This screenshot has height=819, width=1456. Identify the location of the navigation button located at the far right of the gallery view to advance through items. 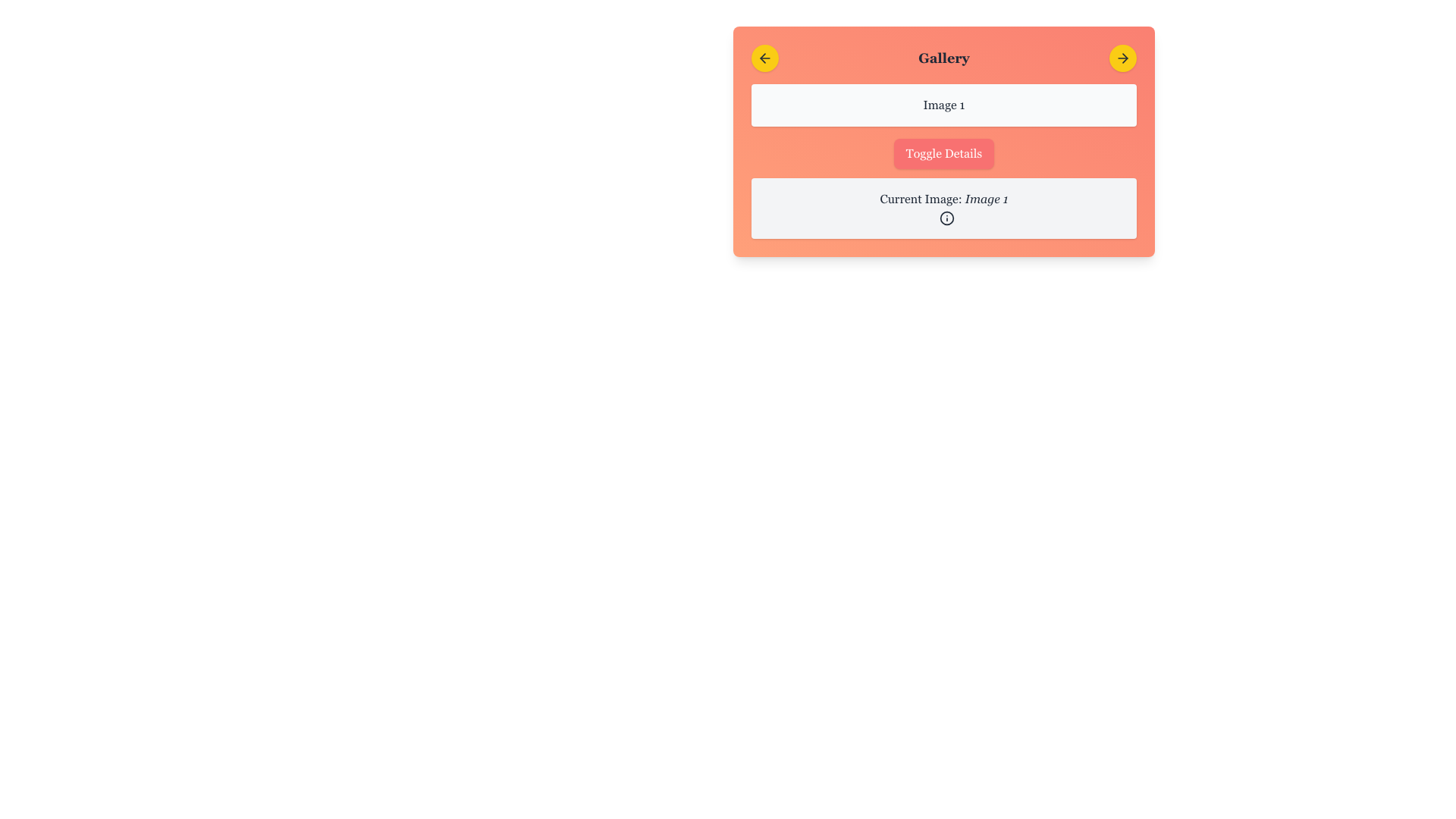
(1122, 58).